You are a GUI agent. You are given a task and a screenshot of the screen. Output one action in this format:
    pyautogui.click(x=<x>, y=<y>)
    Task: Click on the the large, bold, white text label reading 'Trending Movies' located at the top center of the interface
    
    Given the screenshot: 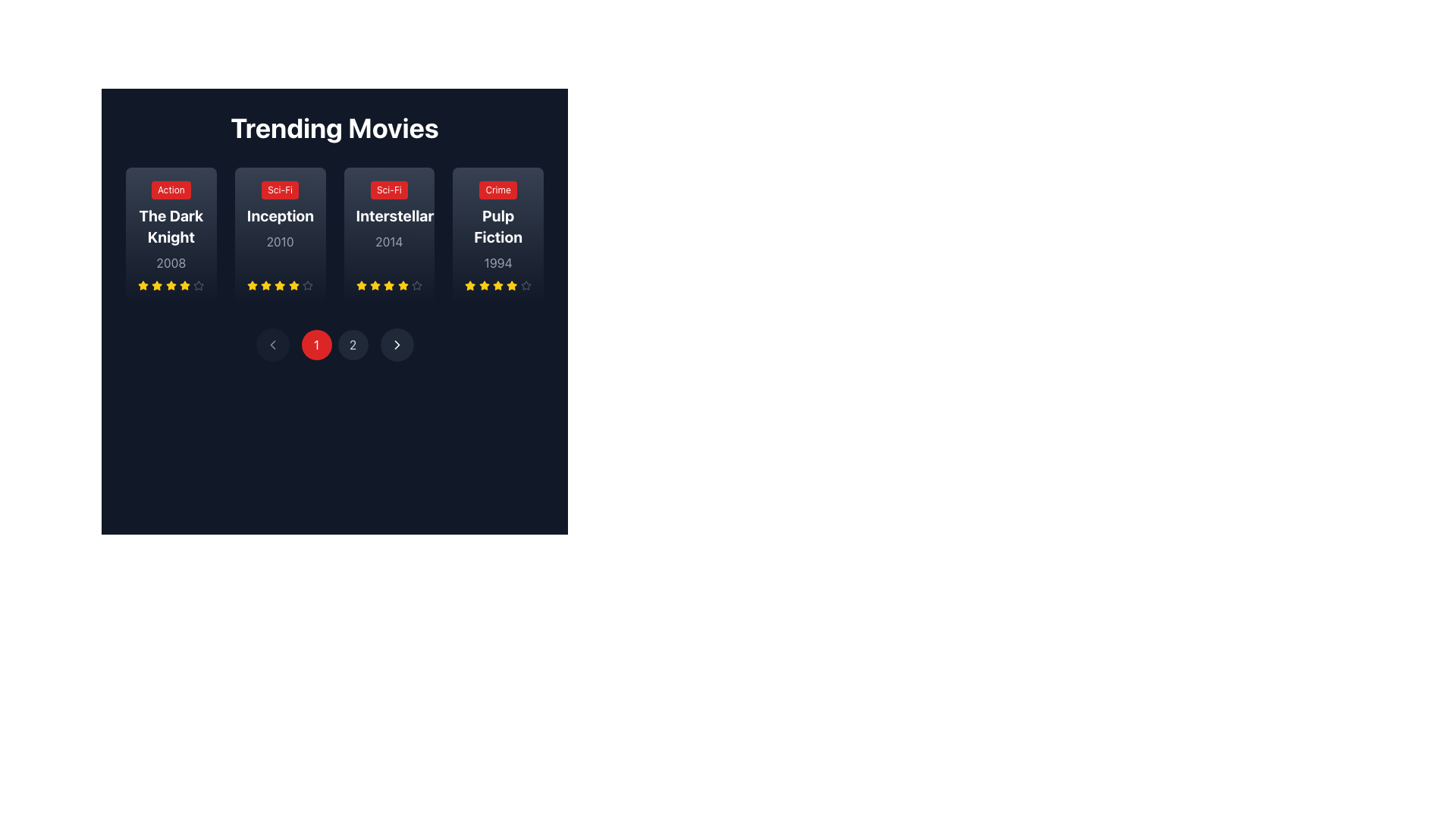 What is the action you would take?
    pyautogui.click(x=334, y=127)
    